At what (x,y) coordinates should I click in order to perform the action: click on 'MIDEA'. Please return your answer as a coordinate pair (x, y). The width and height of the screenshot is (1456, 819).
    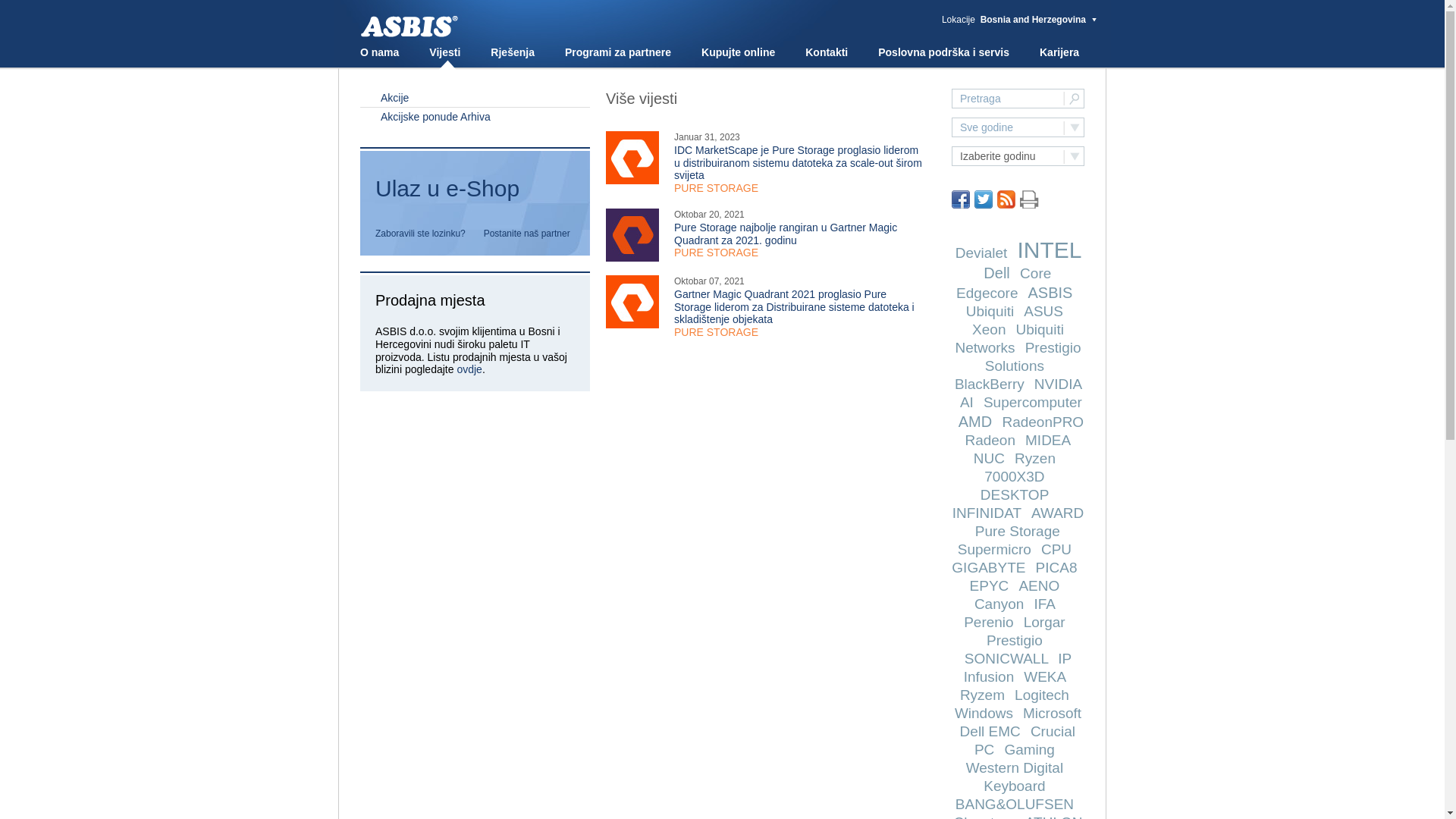
    Looking at the image, I should click on (1025, 440).